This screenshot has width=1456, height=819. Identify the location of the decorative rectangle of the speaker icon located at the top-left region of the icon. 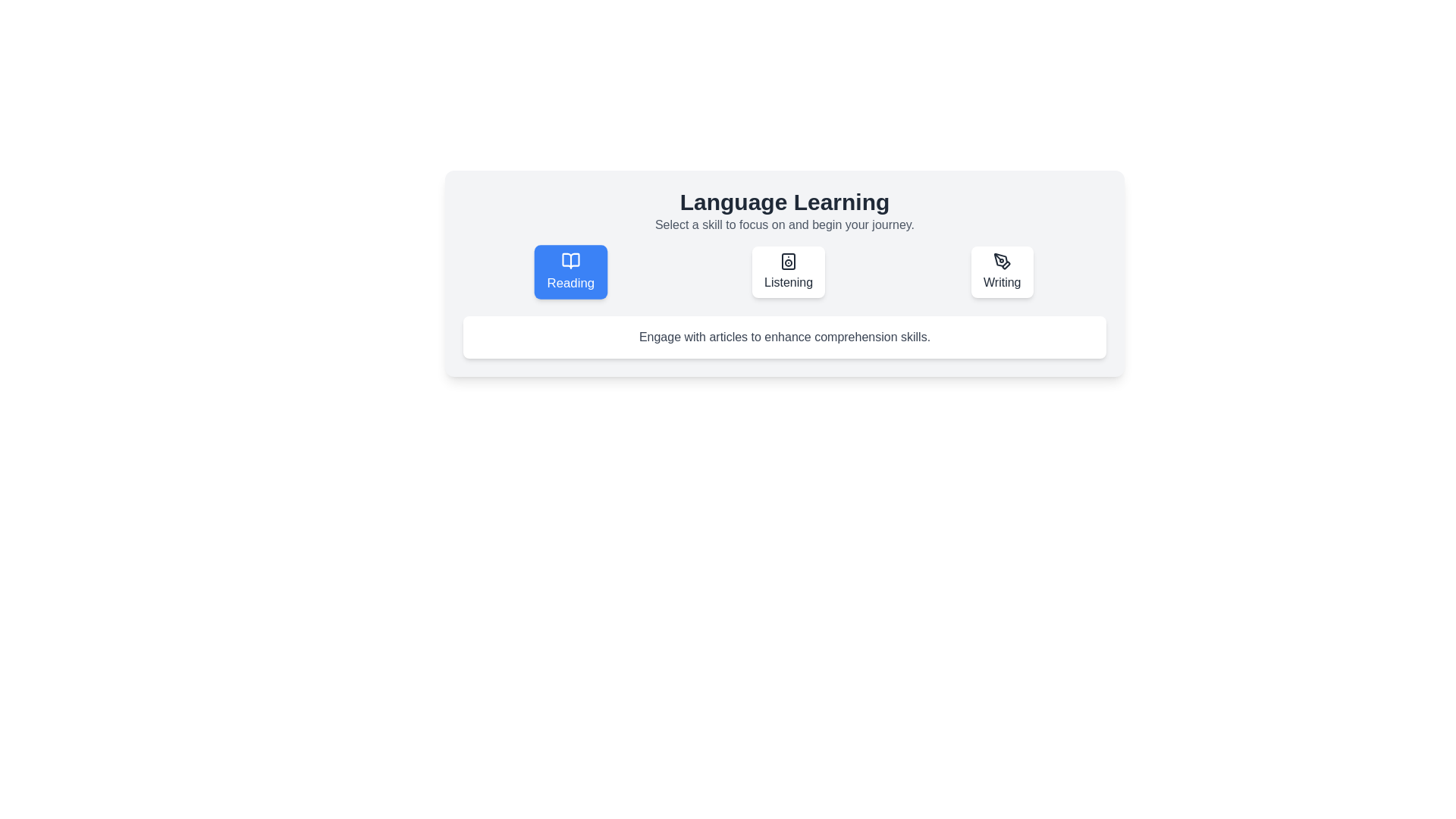
(789, 260).